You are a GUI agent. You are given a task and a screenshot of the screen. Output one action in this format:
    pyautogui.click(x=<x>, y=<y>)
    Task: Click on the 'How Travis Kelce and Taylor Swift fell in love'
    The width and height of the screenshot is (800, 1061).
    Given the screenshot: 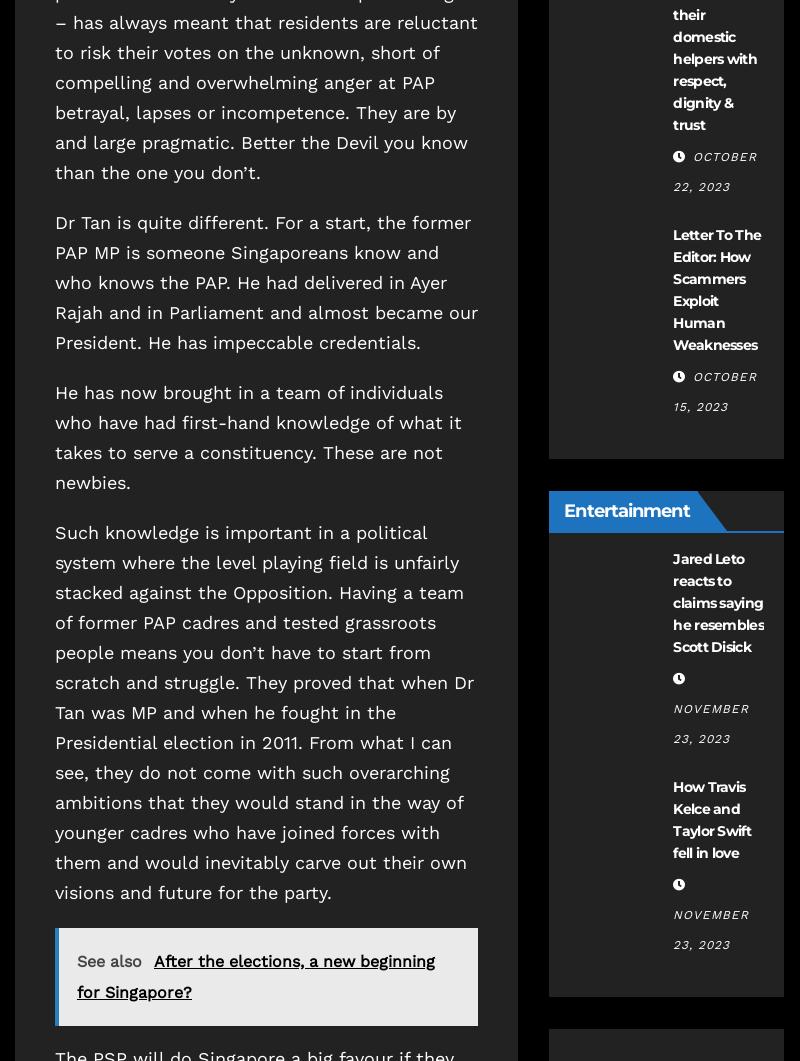 What is the action you would take?
    pyautogui.click(x=673, y=820)
    